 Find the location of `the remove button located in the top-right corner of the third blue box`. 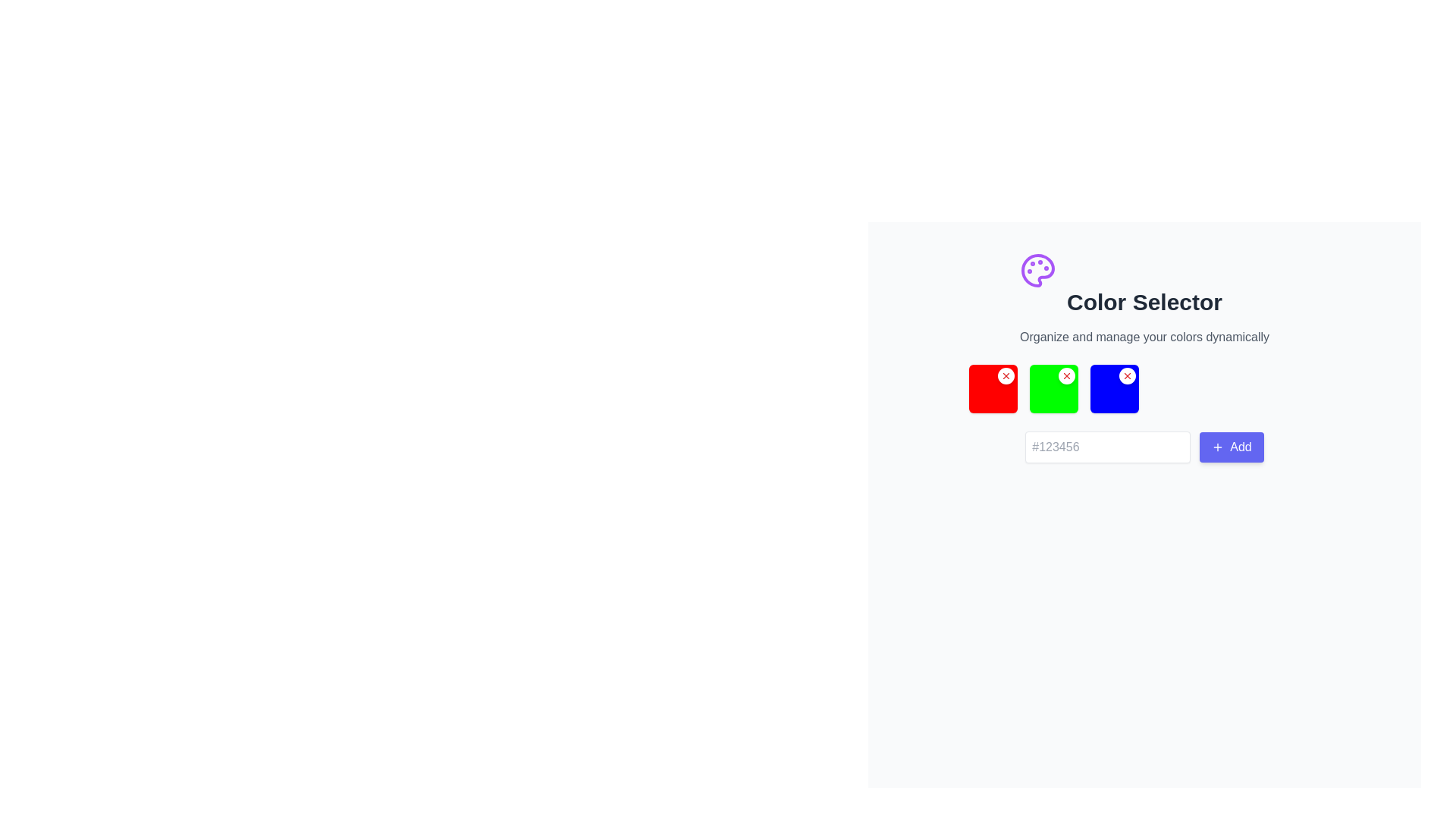

the remove button located in the top-right corner of the third blue box is located at coordinates (1127, 375).